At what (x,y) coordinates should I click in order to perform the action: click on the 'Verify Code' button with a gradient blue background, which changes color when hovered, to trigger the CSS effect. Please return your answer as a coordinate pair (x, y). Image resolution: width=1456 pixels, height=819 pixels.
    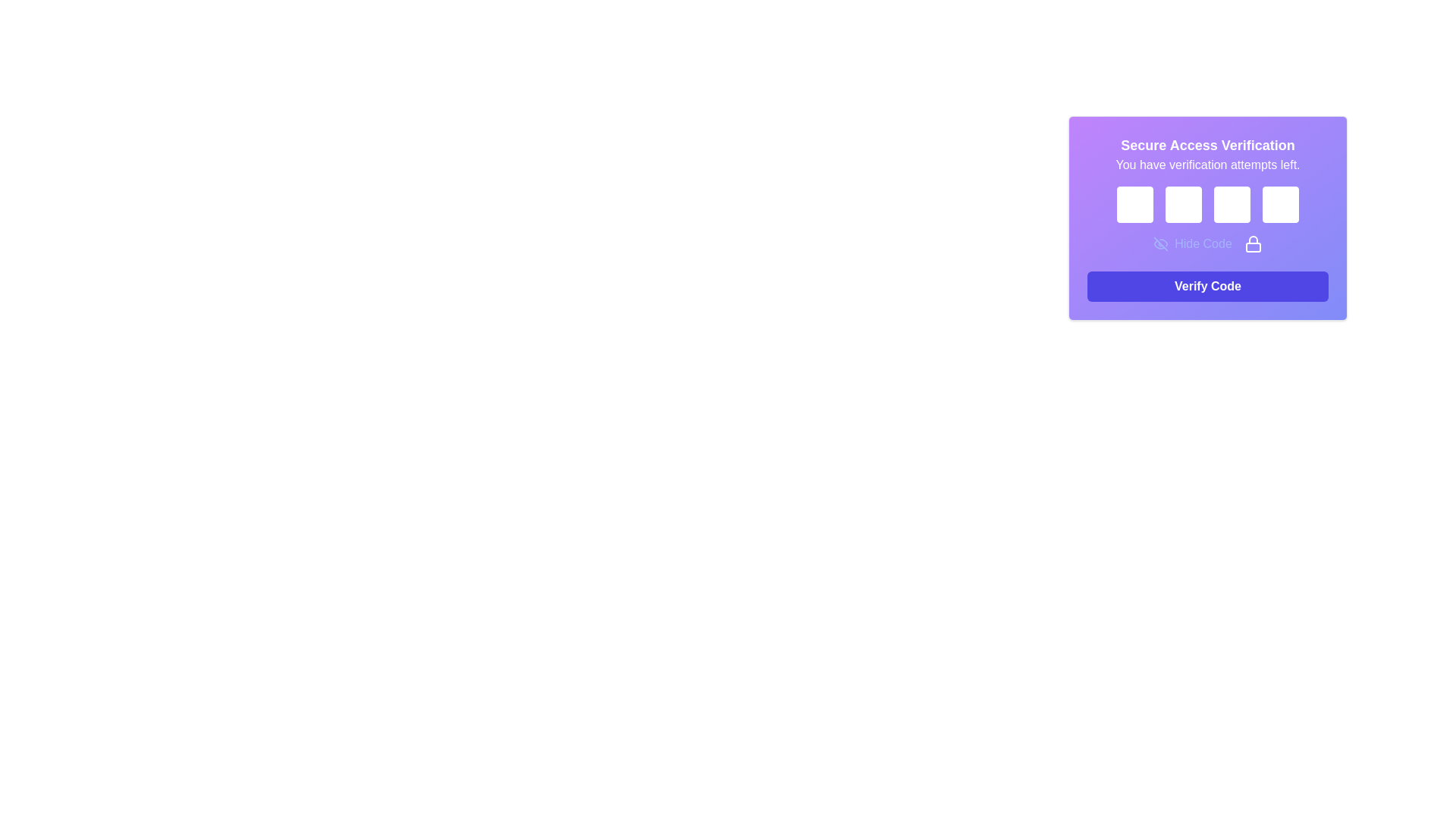
    Looking at the image, I should click on (1207, 287).